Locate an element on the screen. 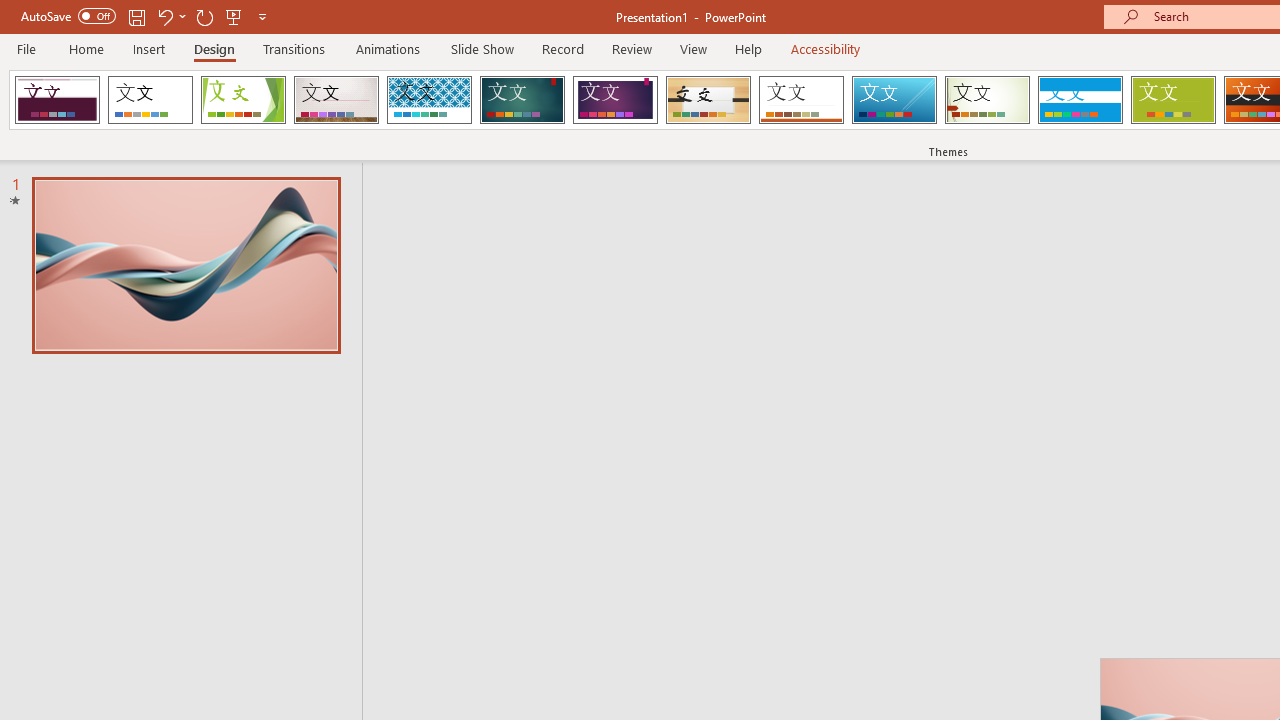 The image size is (1280, 720). 'Slice' is located at coordinates (893, 100).